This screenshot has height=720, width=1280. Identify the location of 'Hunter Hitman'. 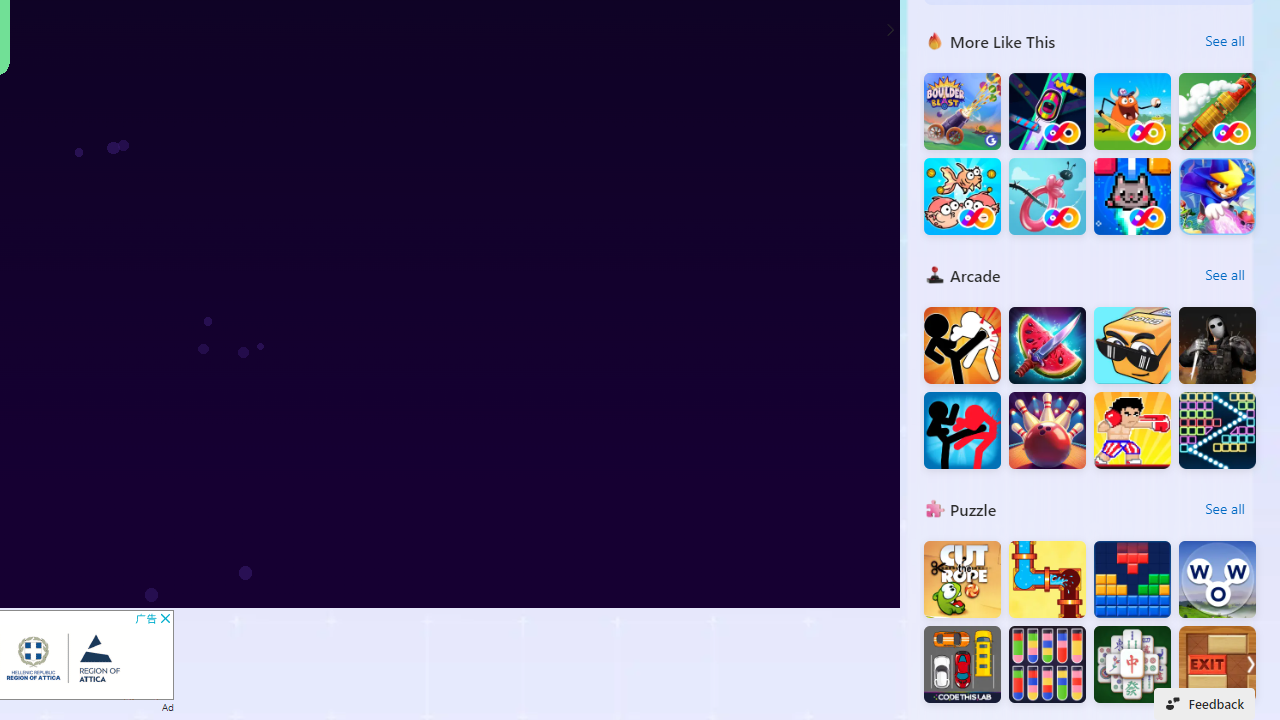
(1216, 344).